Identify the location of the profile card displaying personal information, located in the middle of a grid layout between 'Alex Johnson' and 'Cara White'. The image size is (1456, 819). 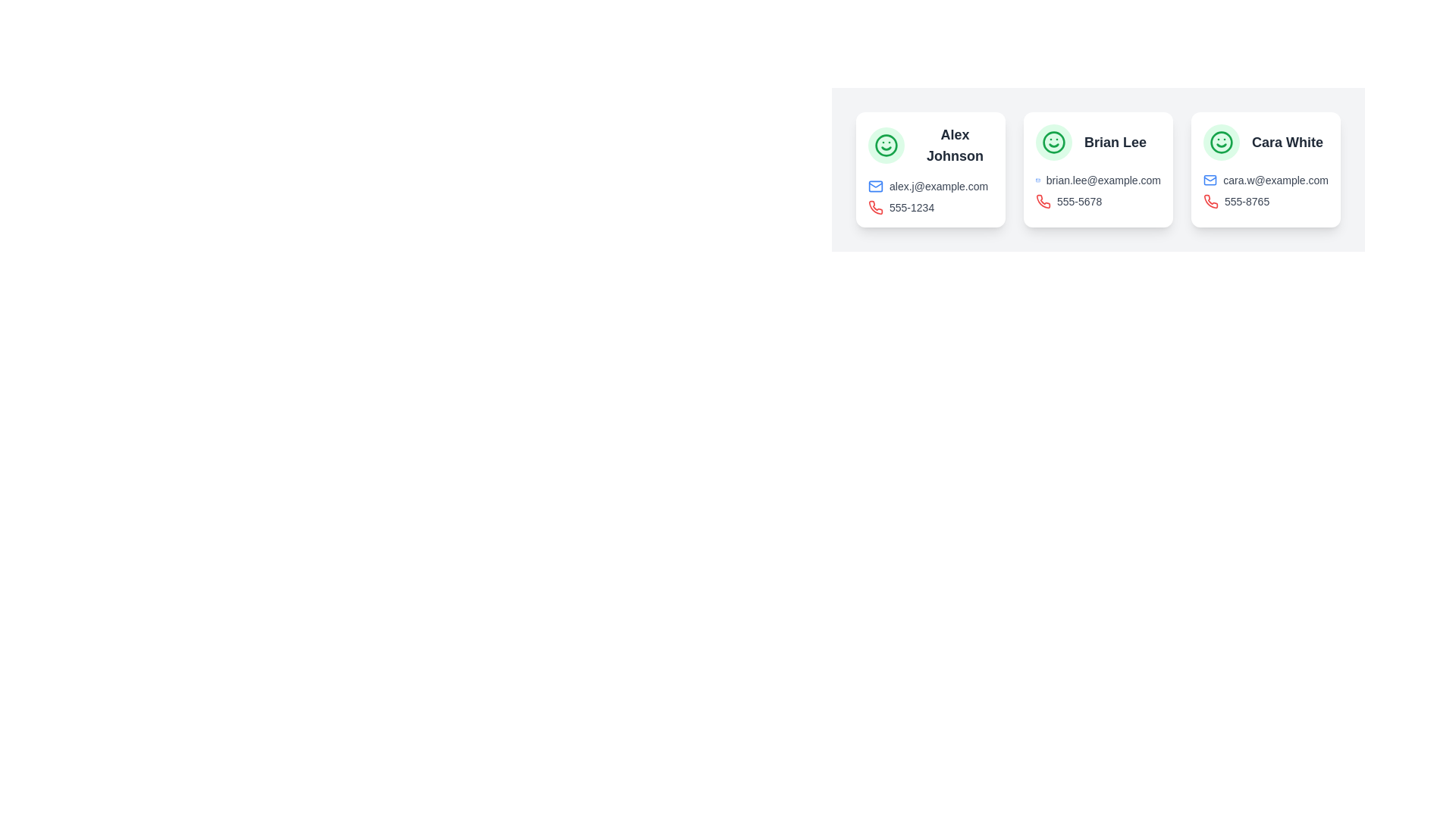
(1098, 169).